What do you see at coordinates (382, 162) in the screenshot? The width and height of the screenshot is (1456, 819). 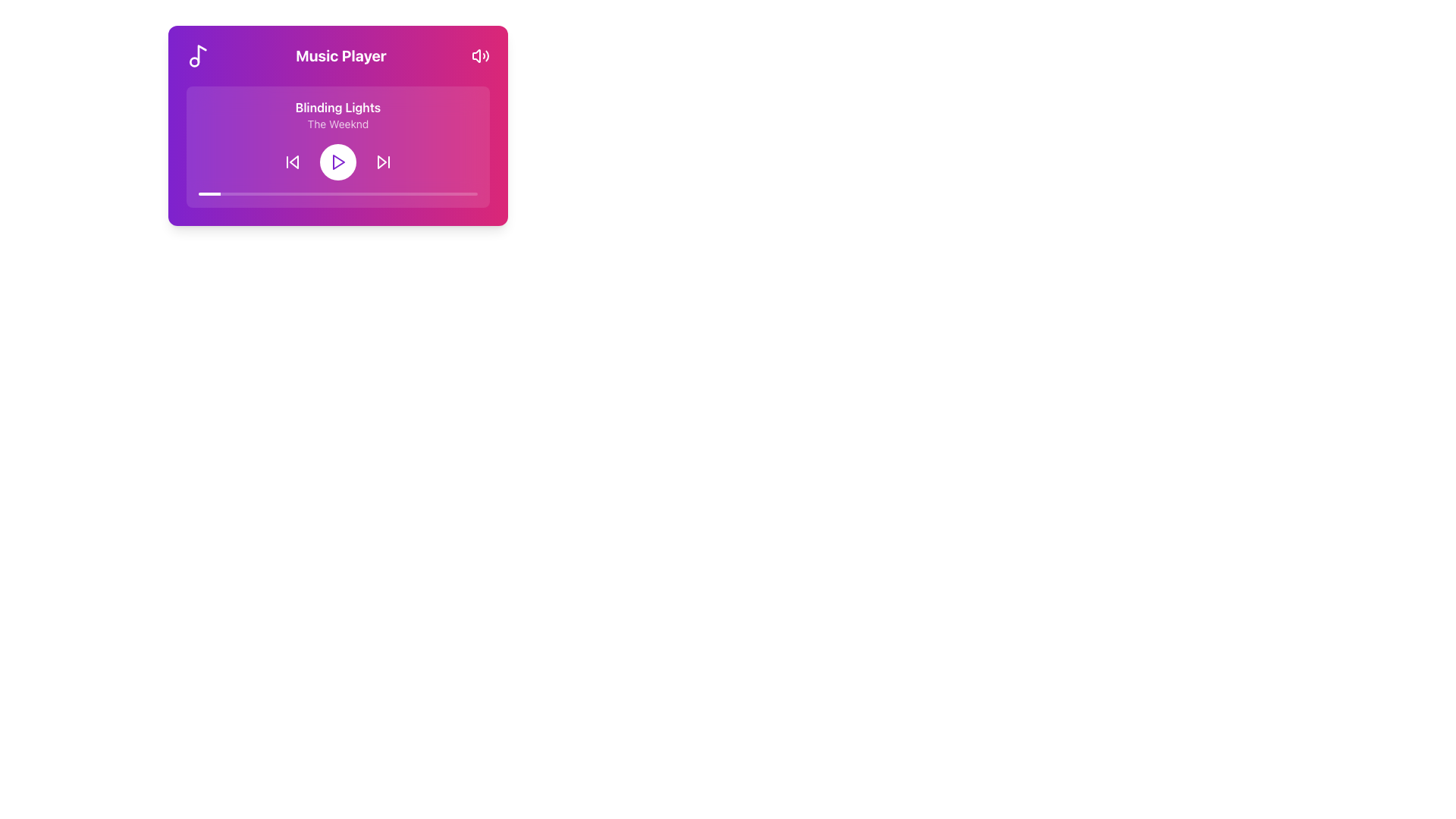 I see `the triangular play-forward icon styled in a gradient pink to purple color scheme, located to the right of the central play button in the interactive toolbar` at bounding box center [382, 162].